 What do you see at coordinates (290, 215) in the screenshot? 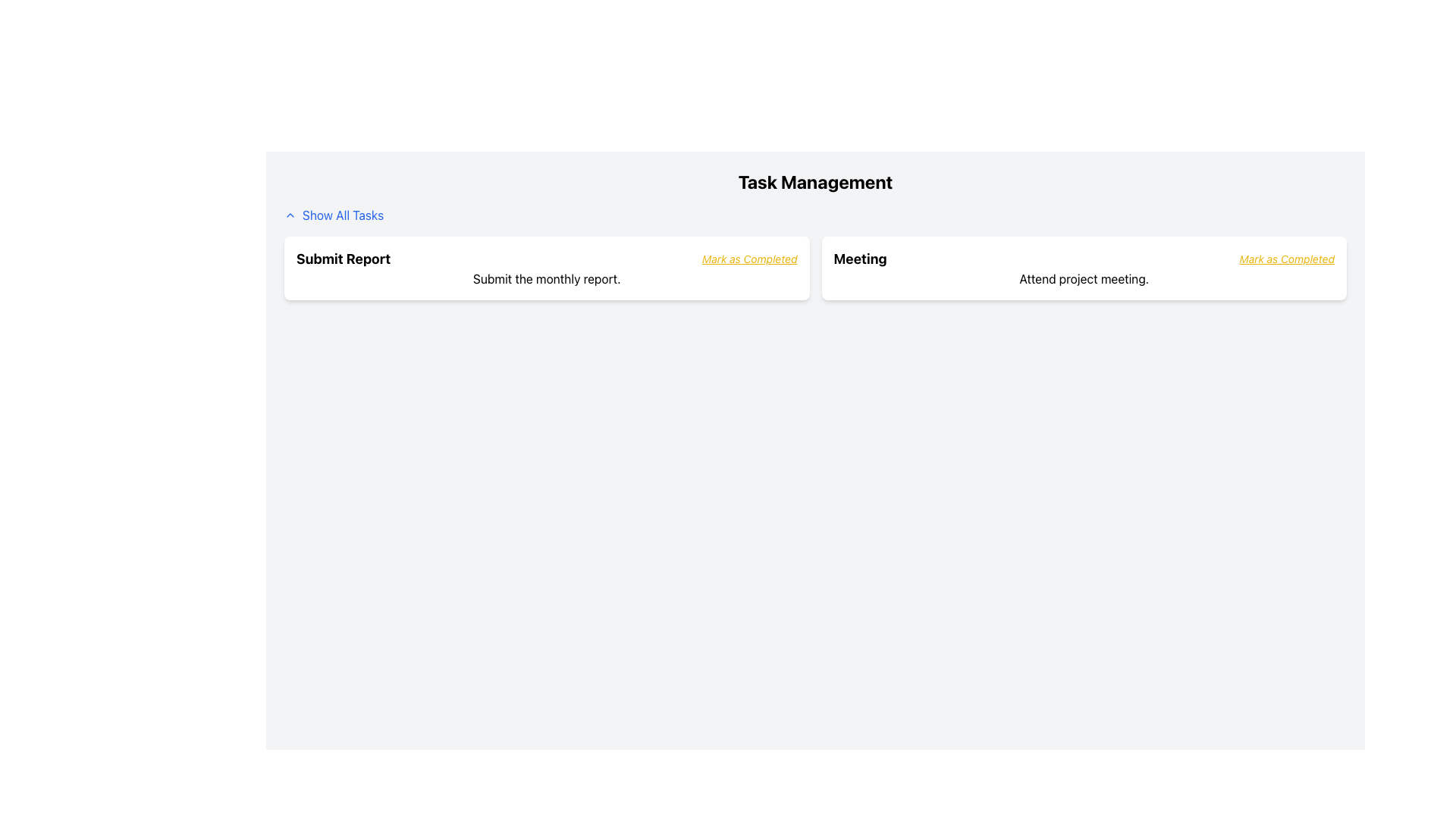
I see `the chevron-shaped icon pointing upwards, located to the left of the 'Show All Tasks' text link` at bounding box center [290, 215].